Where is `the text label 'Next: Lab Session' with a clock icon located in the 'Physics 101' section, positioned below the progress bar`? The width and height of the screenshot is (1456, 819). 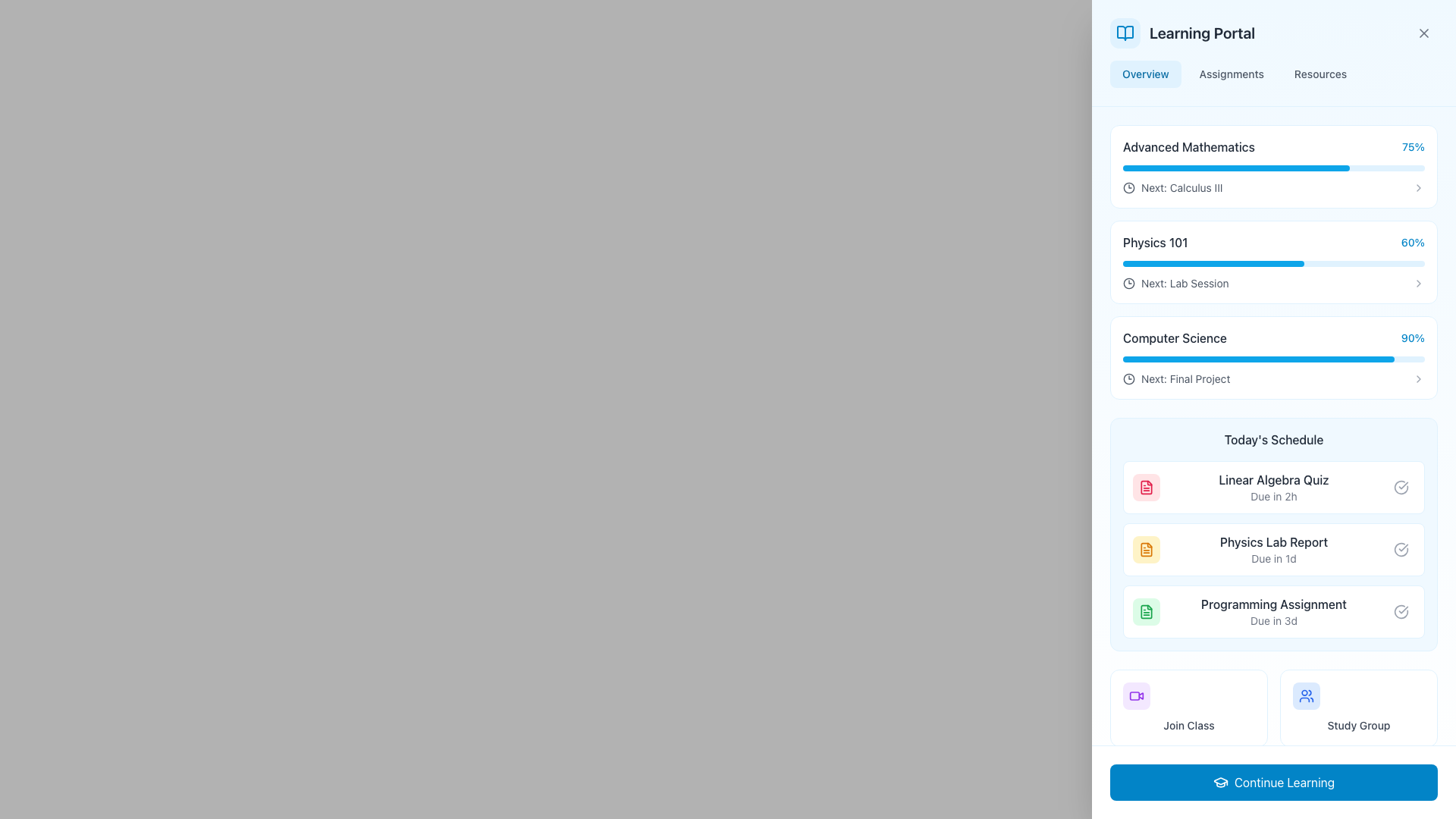 the text label 'Next: Lab Session' with a clock icon located in the 'Physics 101' section, positioned below the progress bar is located at coordinates (1175, 284).